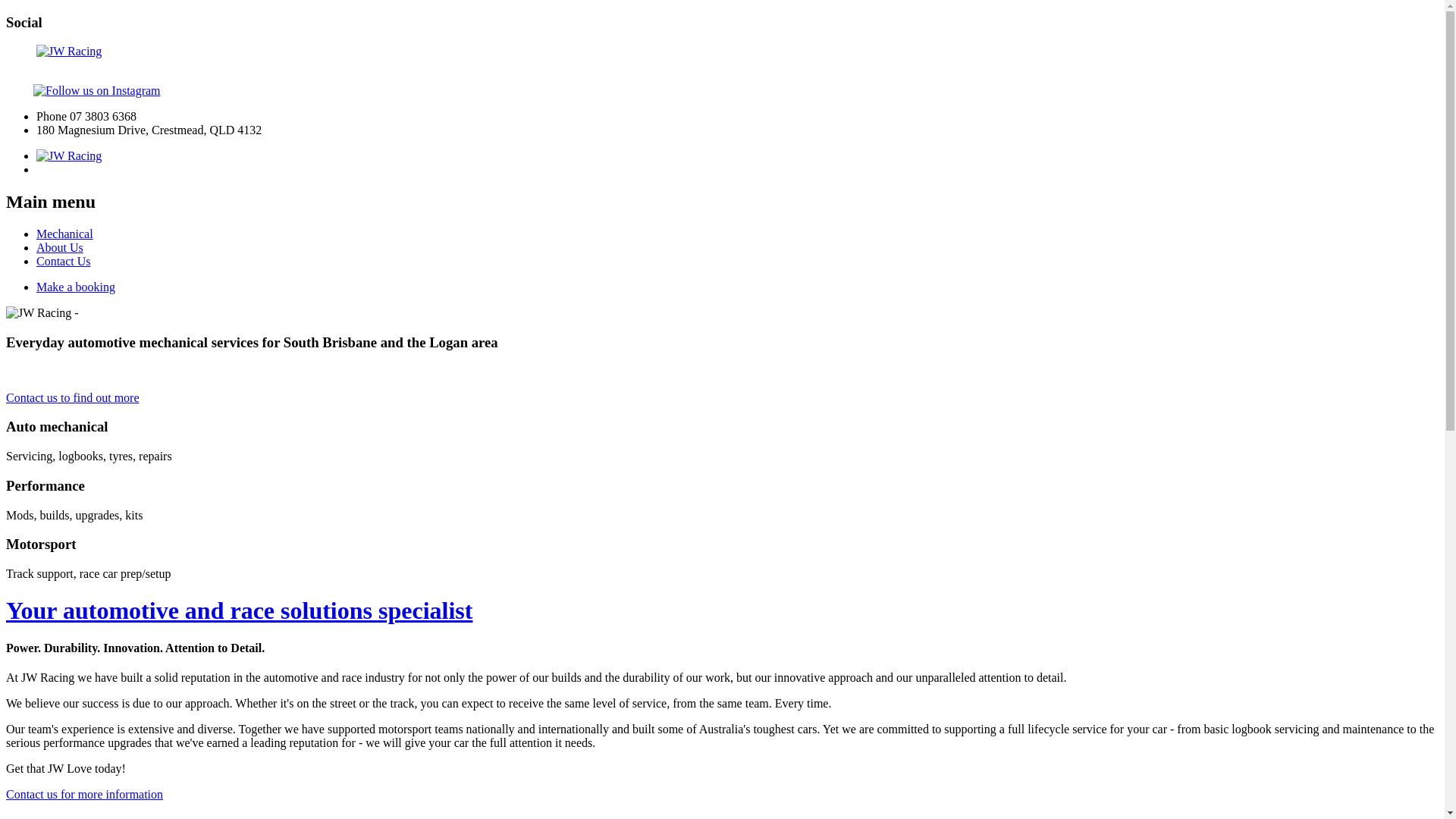 This screenshot has height=819, width=1456. I want to click on 'About Us', so click(59, 246).